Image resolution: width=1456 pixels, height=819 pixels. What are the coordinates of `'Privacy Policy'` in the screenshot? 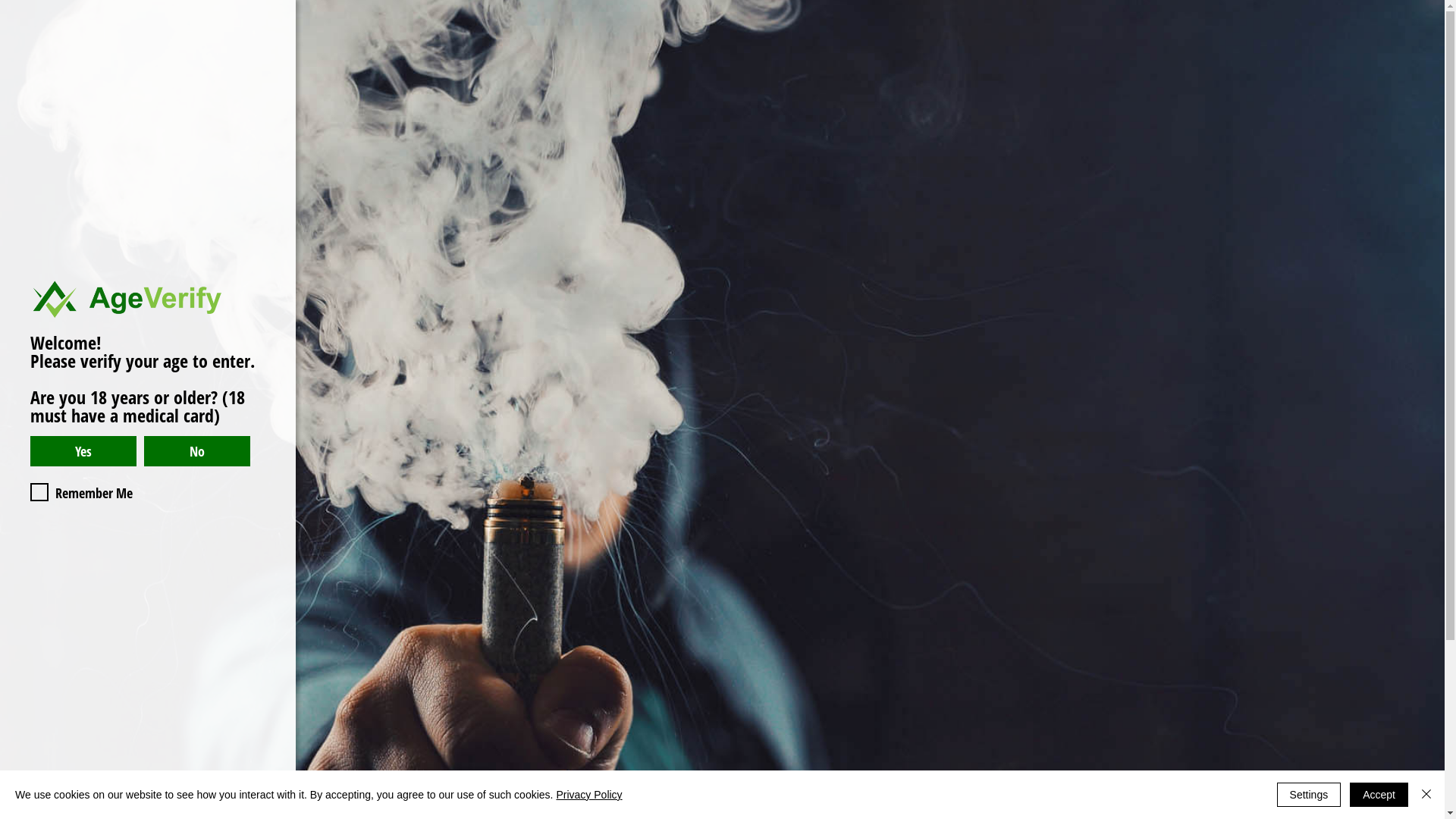 It's located at (588, 794).